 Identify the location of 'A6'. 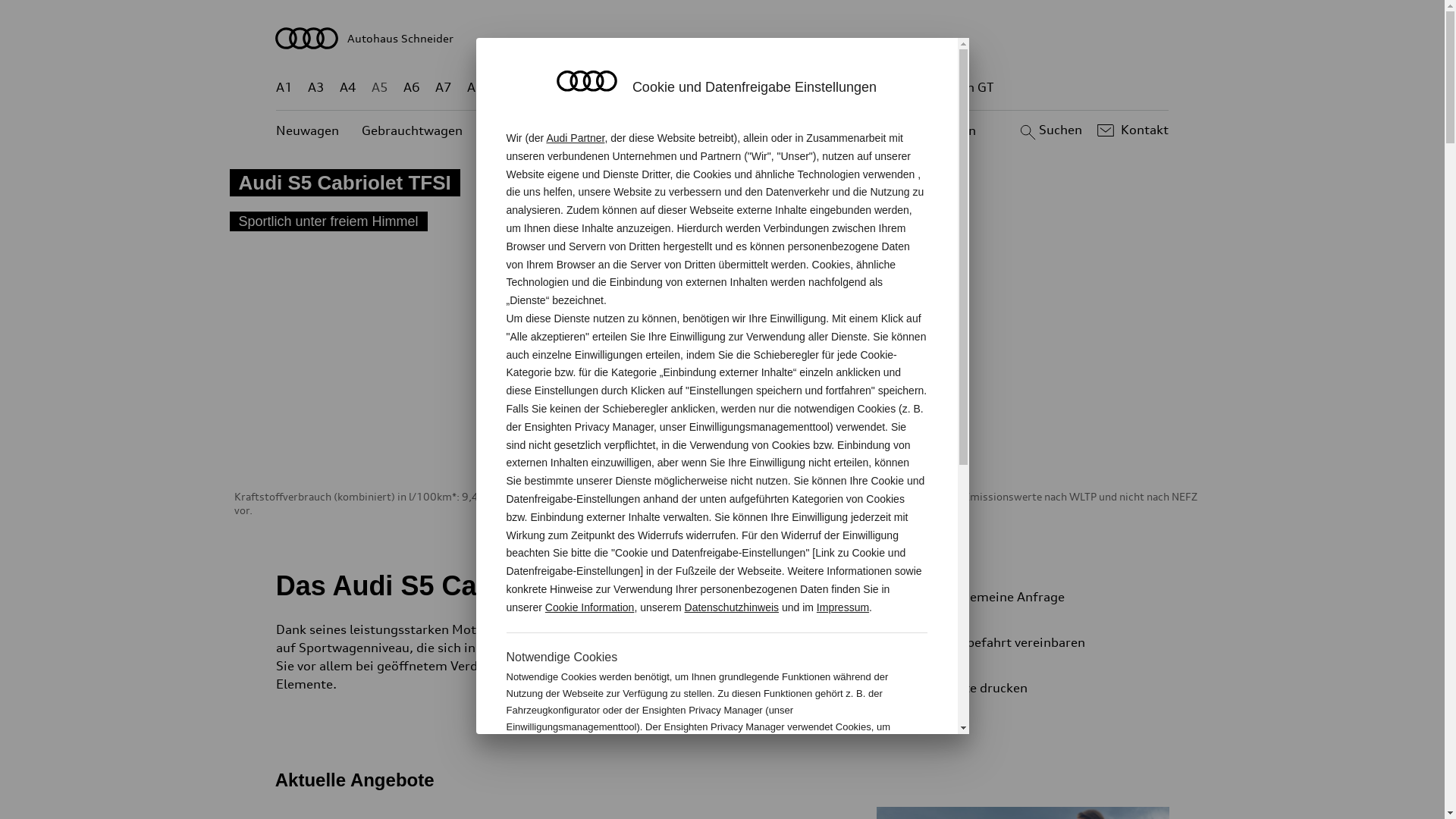
(411, 87).